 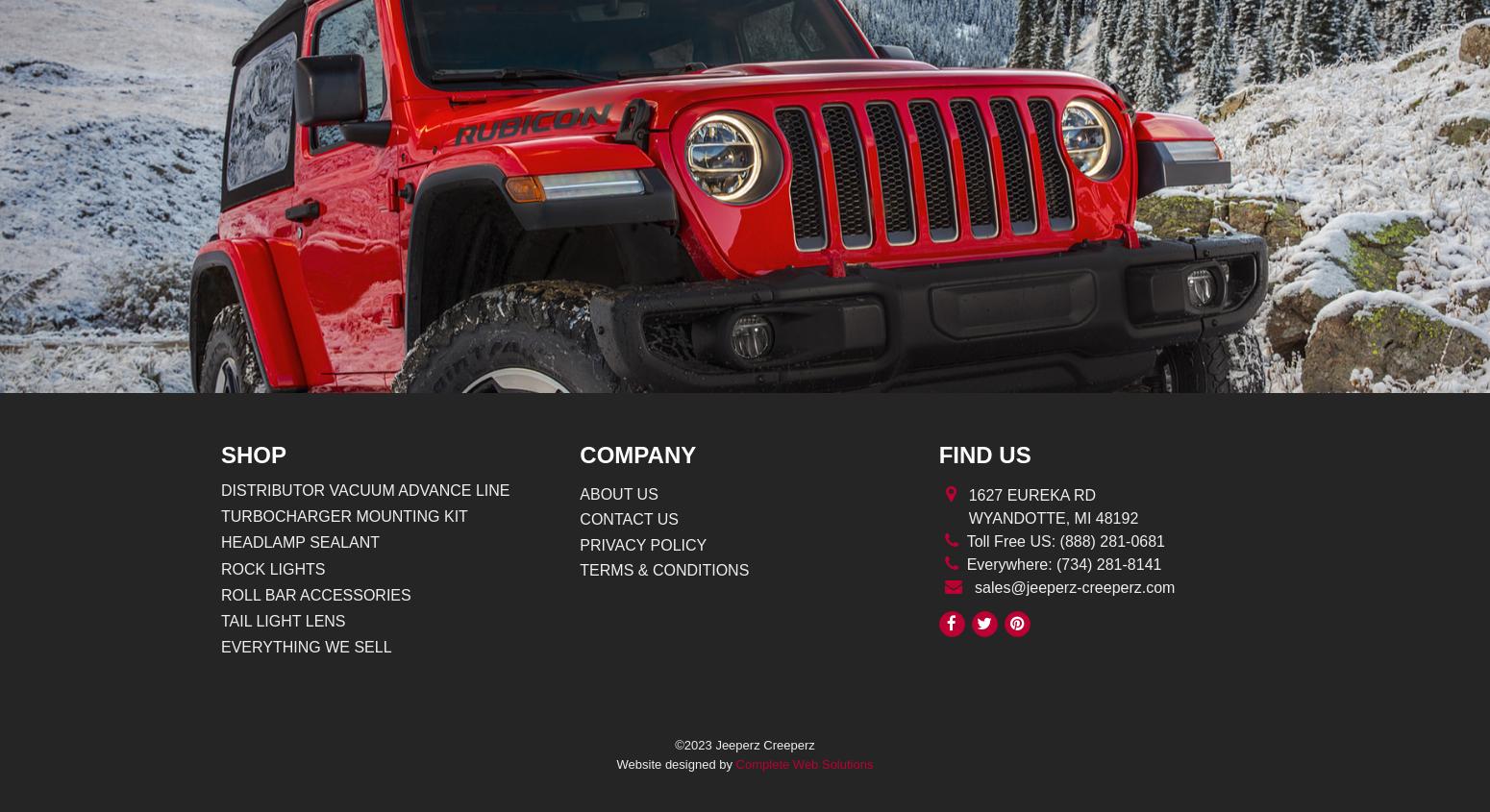 What do you see at coordinates (636, 455) in the screenshot?
I see `'Company'` at bounding box center [636, 455].